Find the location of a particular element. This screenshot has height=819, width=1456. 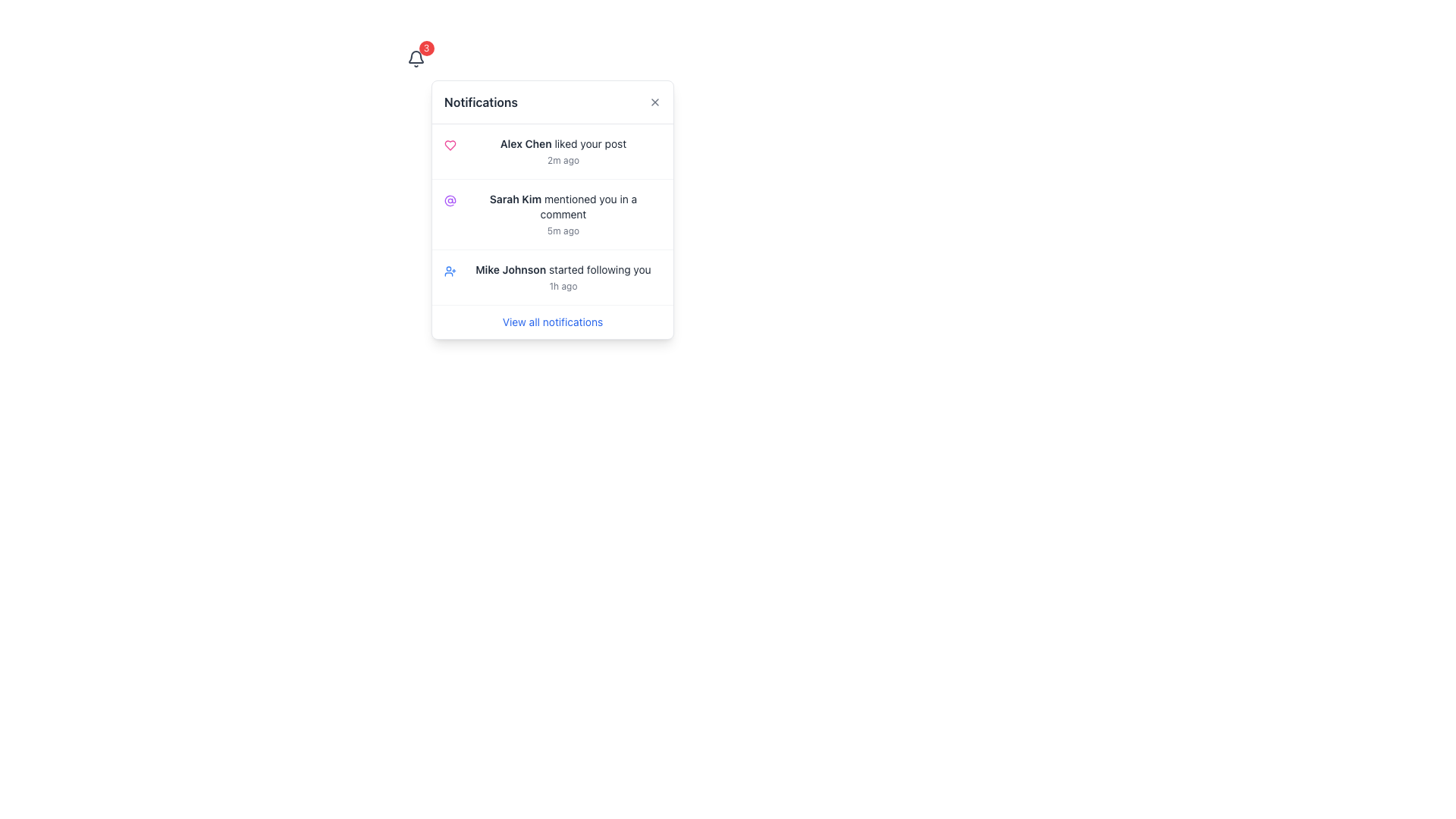

the dark thin-lined bell icon located in the top-right notifications section is located at coordinates (416, 58).